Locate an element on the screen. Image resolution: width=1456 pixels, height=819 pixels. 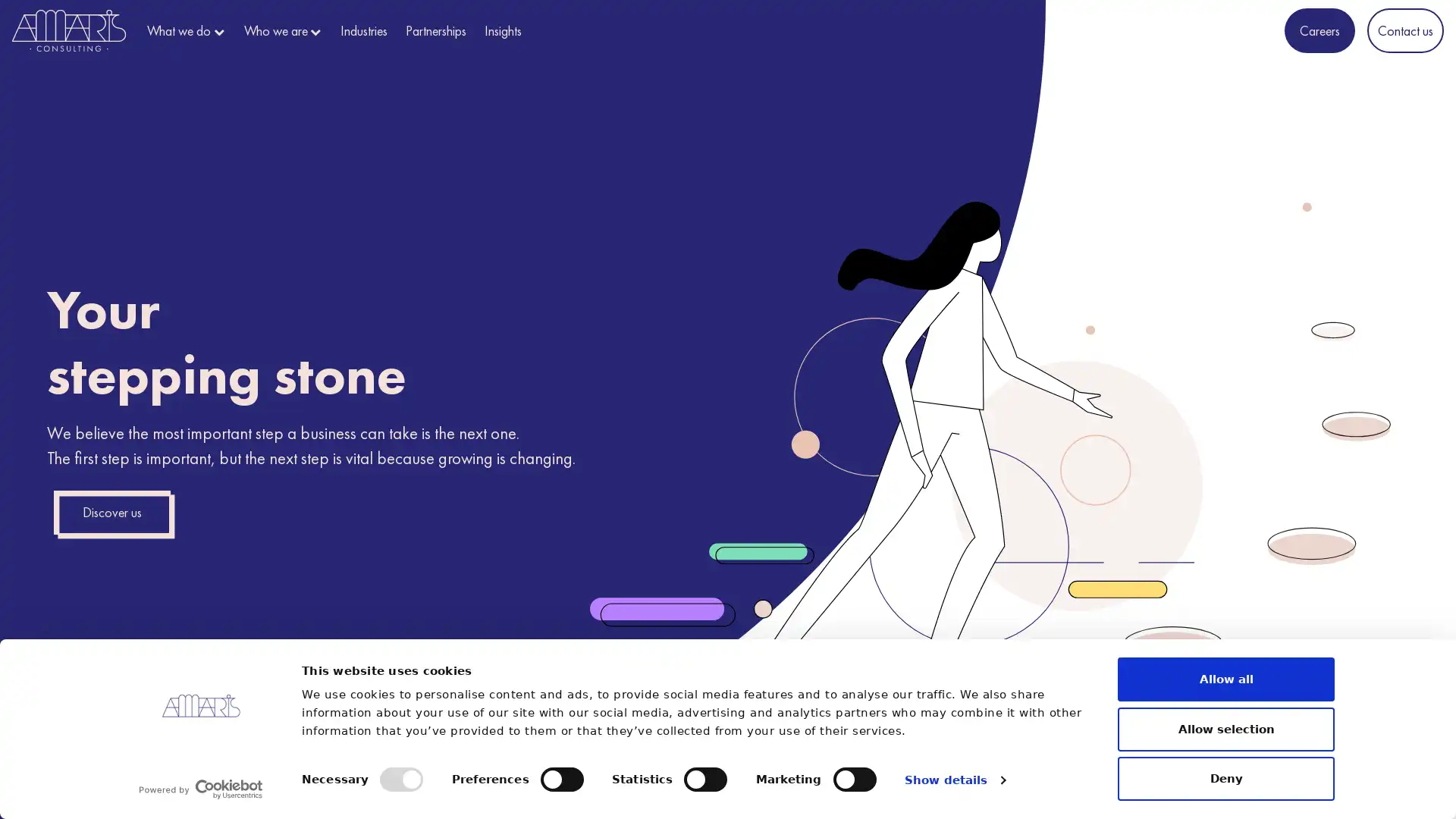
Deny is located at coordinates (1226, 778).